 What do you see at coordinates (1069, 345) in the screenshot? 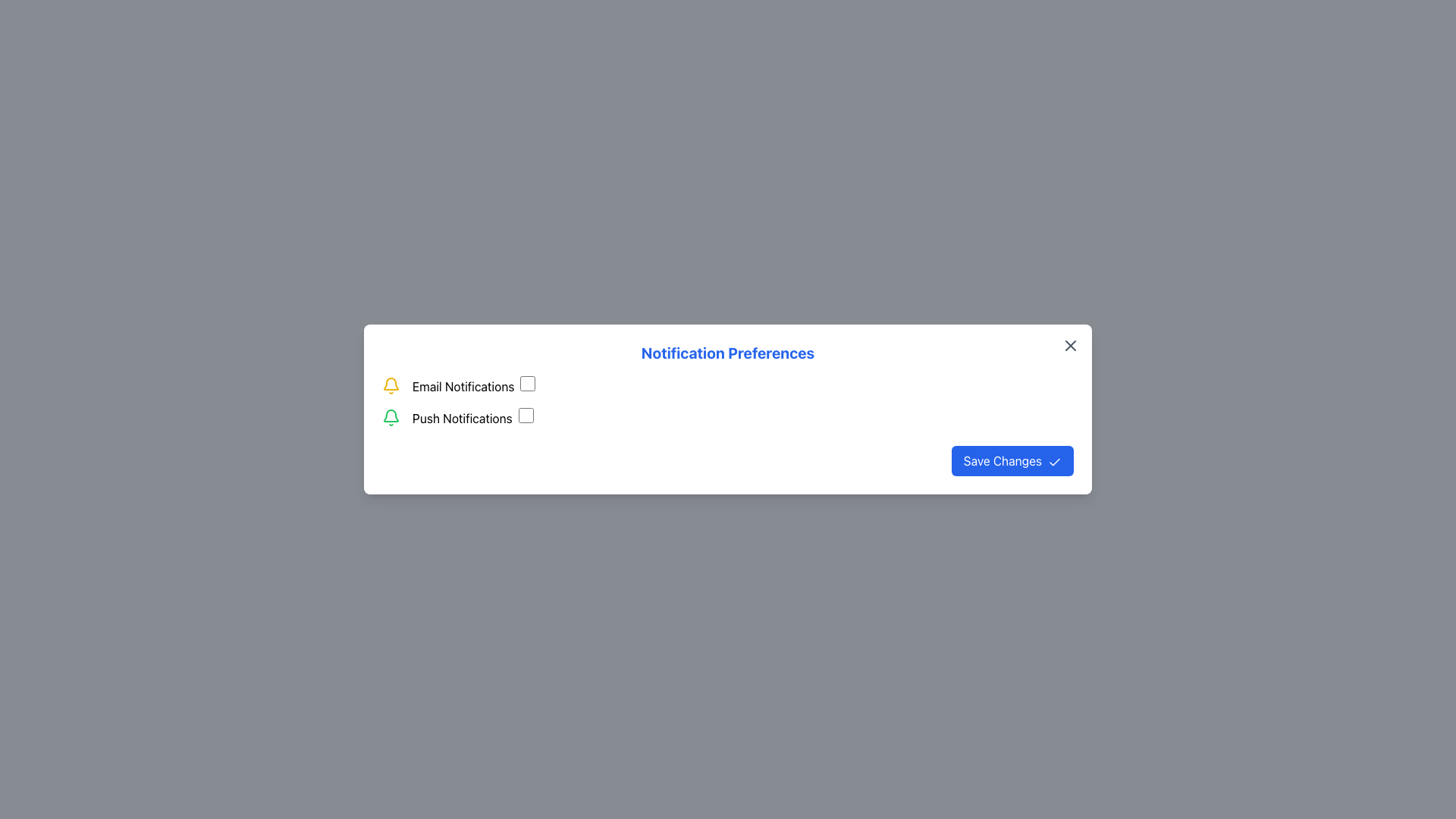
I see `the close icon button located in the top-right corner of the dialog box` at bounding box center [1069, 345].